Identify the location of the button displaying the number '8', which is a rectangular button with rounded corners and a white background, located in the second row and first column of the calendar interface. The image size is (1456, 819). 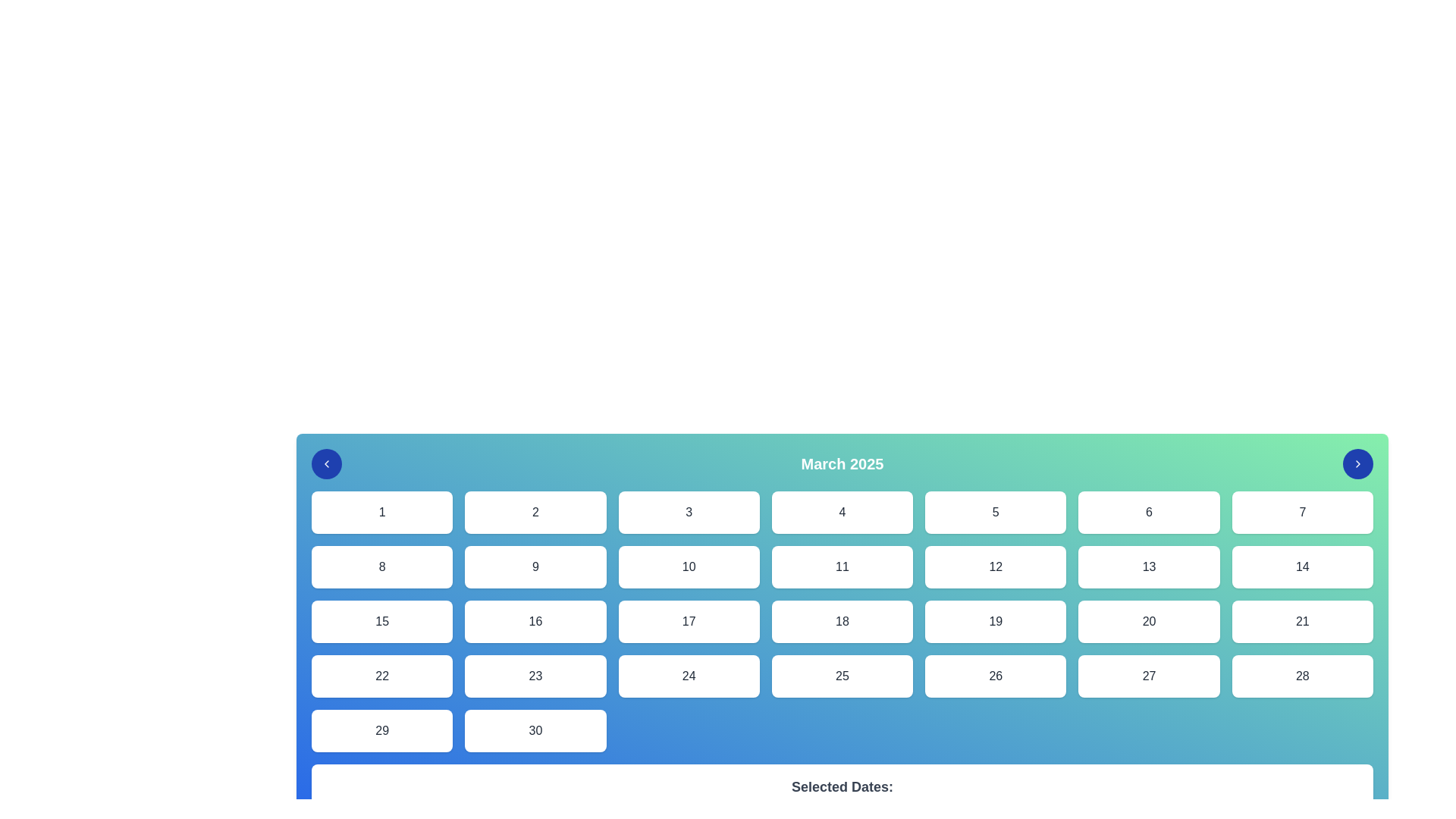
(382, 567).